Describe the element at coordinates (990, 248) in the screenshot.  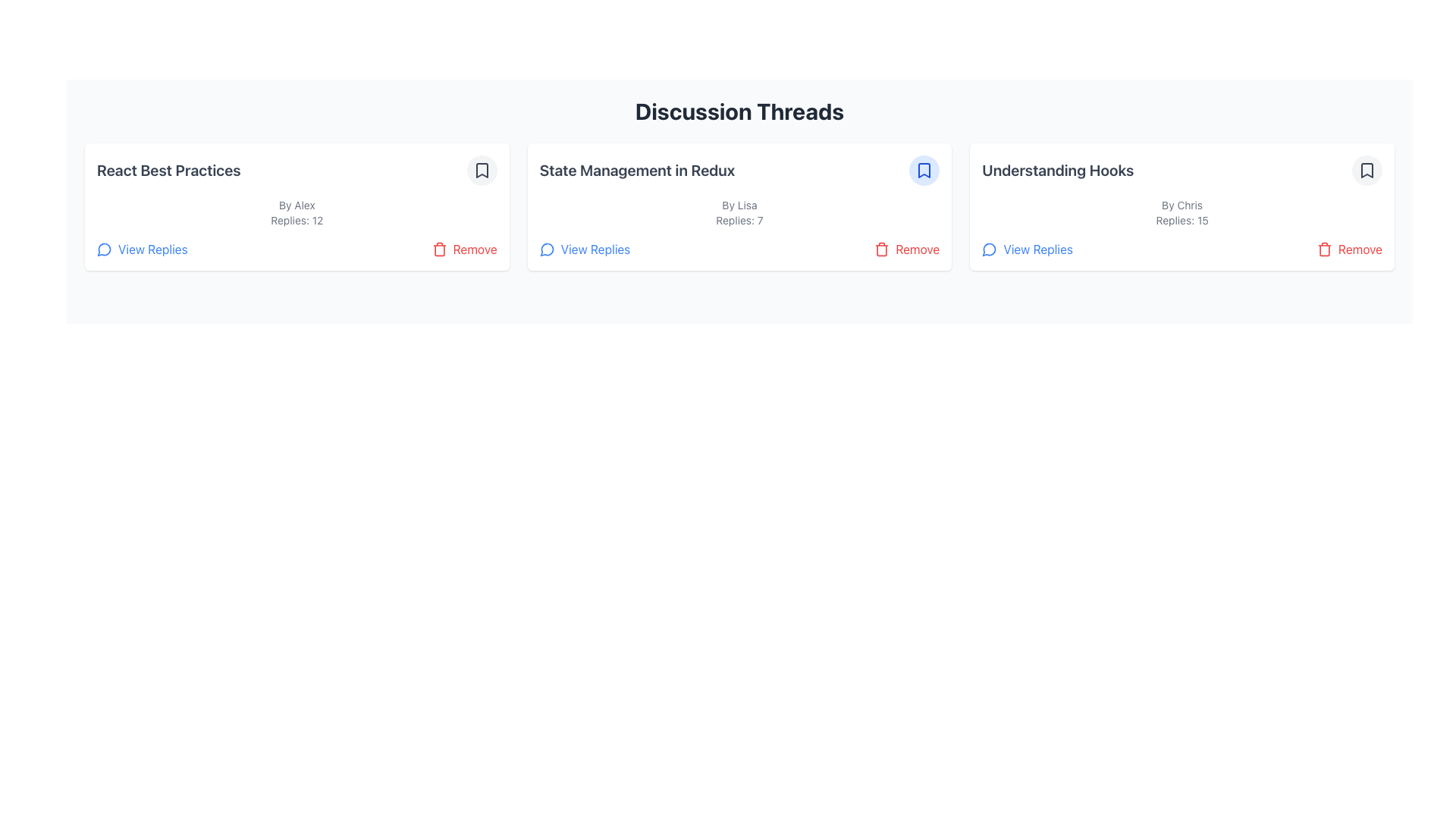
I see `the circular blue speech bubble icon representing the messaging feature located within the 'View Replies' button beneath the discussion card titled 'Understanding Hooks'` at that location.